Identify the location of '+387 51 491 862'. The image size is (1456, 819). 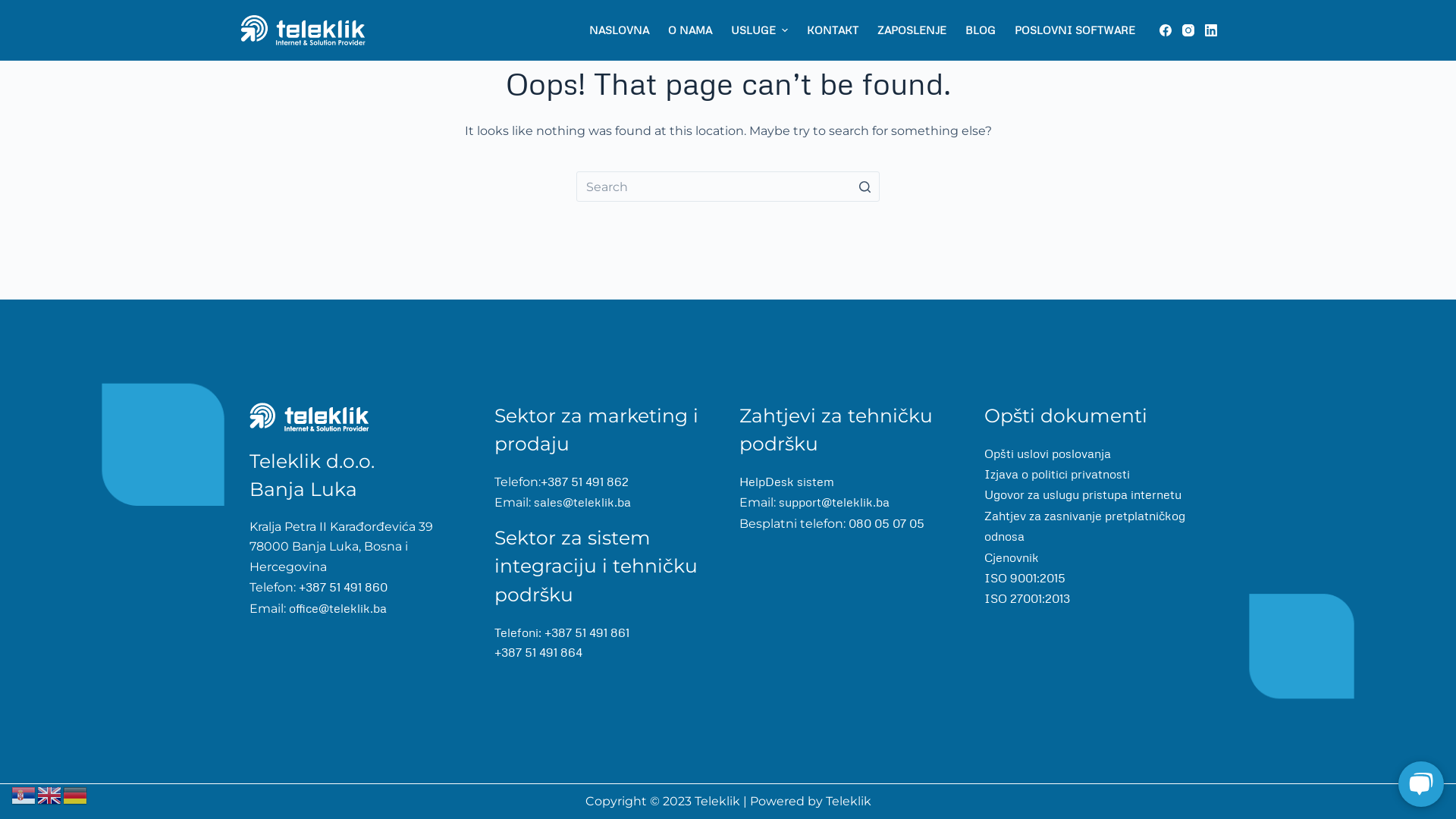
(584, 482).